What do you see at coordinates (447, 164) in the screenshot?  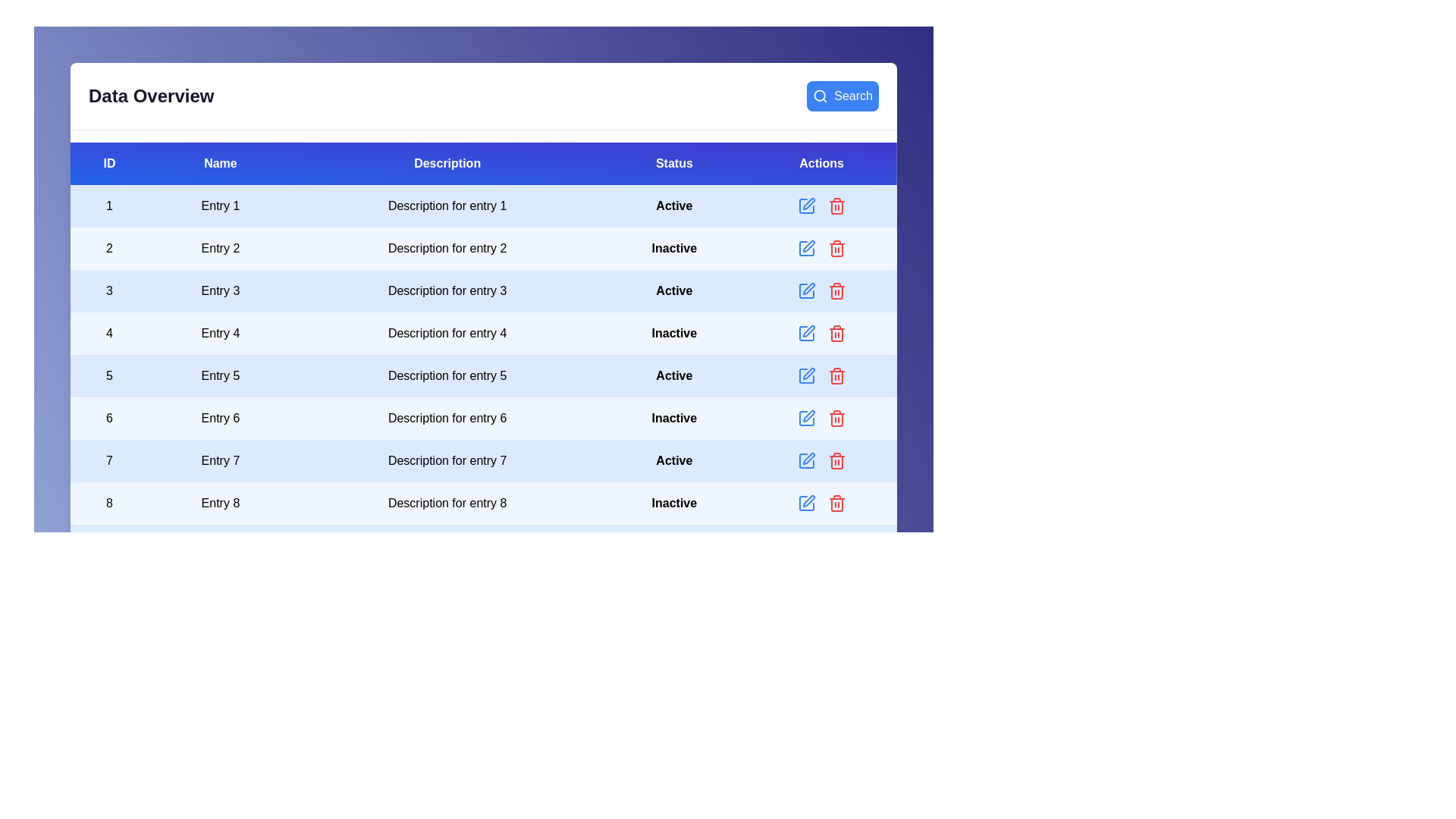 I see `the header of the column 'Description' to sort it` at bounding box center [447, 164].